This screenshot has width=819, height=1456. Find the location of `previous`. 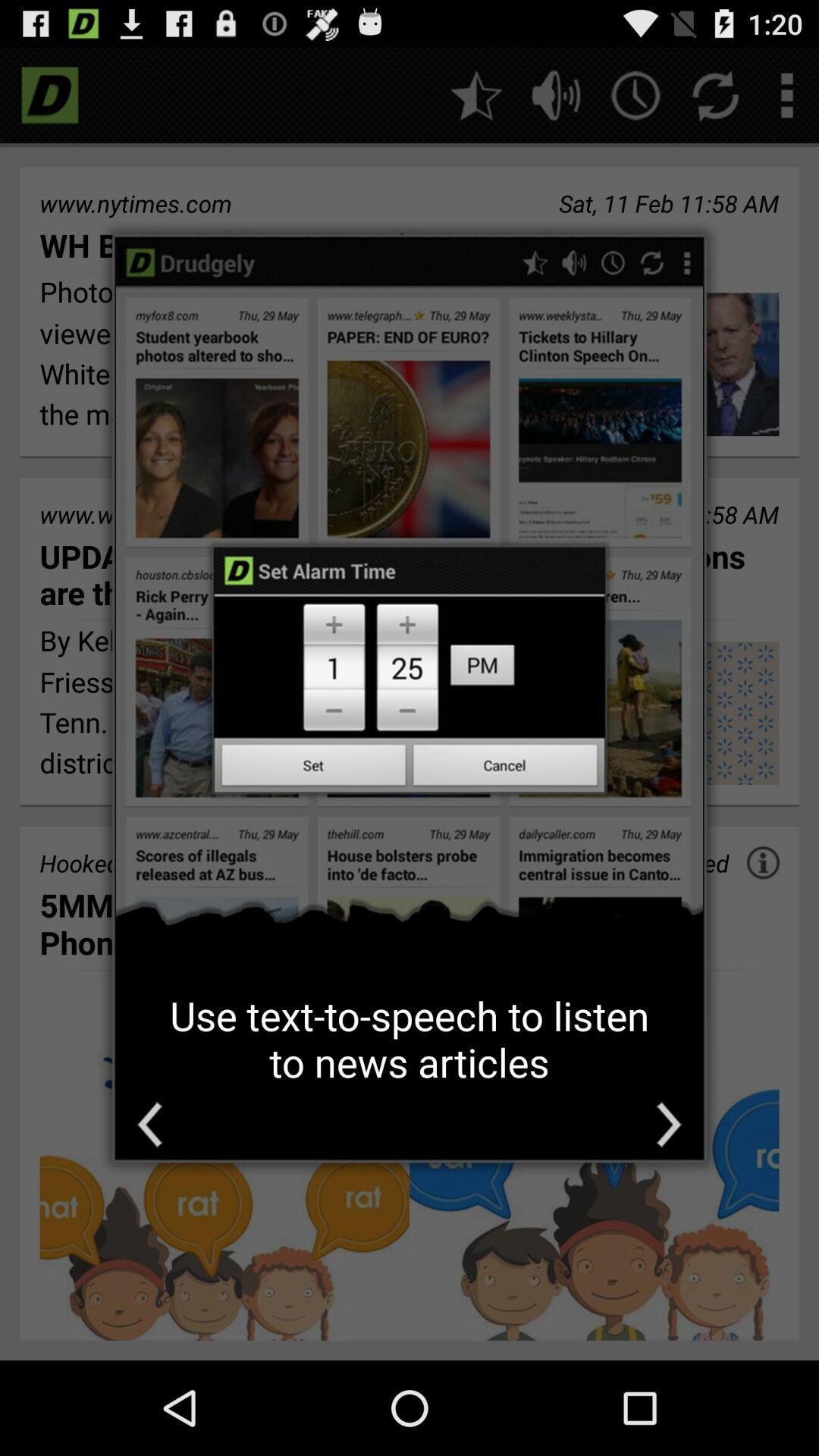

previous is located at coordinates (149, 1125).